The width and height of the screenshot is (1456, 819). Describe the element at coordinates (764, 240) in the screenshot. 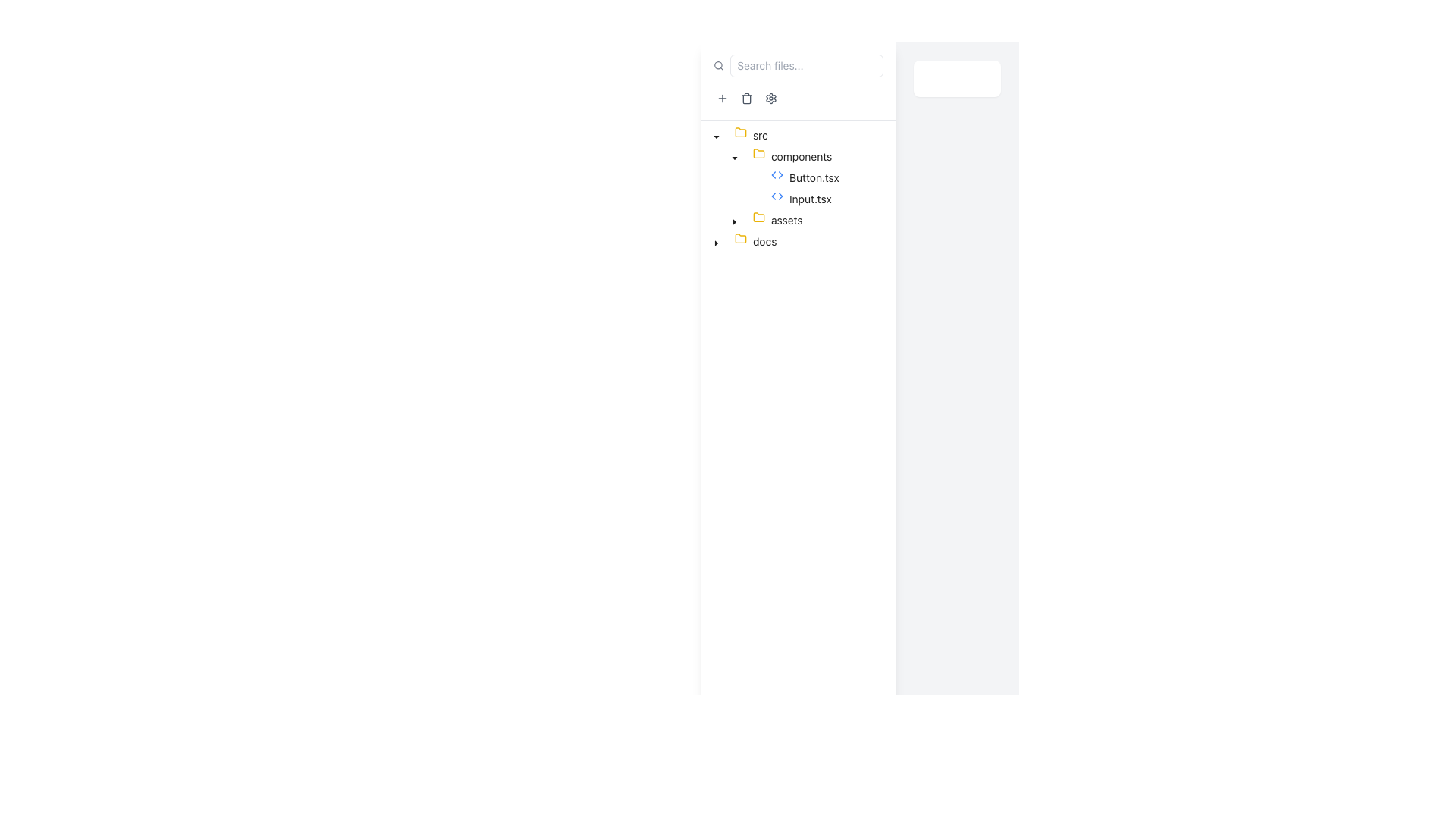

I see `the displayed text of the Text Label representing the name of a folder within the hierarchical file tree under the 'assets' branch node` at that location.